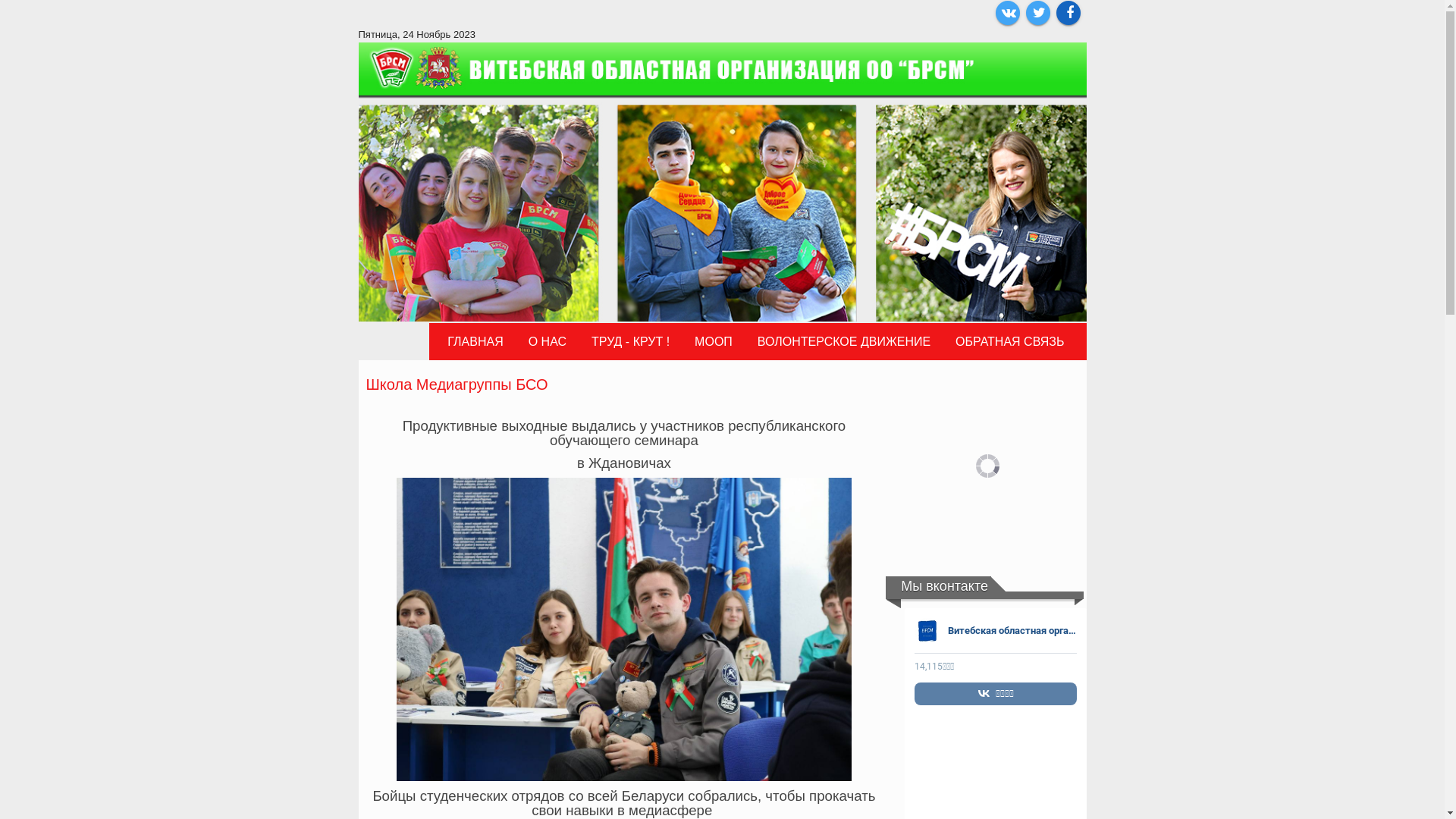 The height and width of the screenshot is (819, 1456). I want to click on 'Facebook', so click(1066, 12).